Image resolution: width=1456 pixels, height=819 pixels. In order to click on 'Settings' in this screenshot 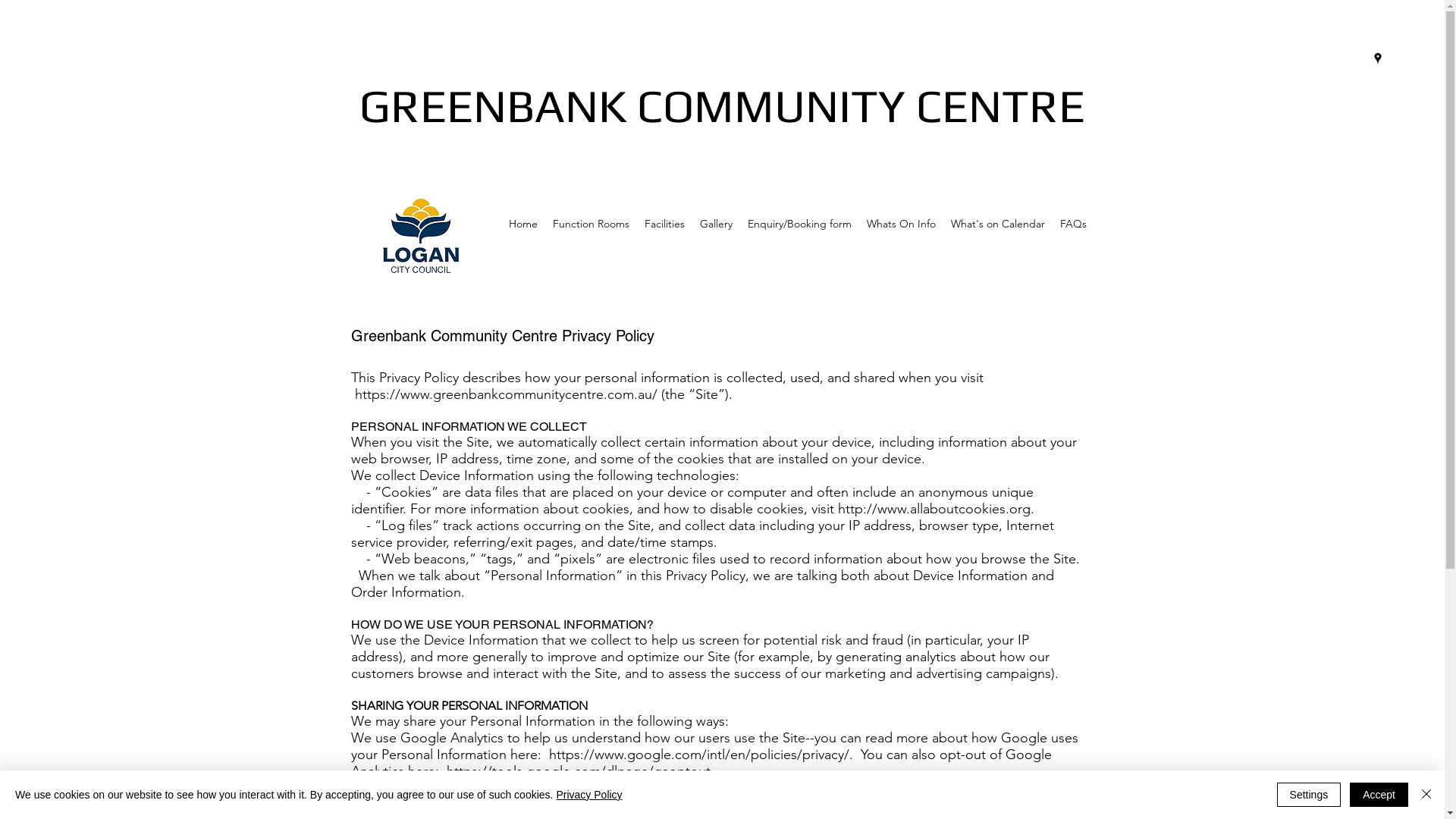, I will do `click(1276, 794)`.